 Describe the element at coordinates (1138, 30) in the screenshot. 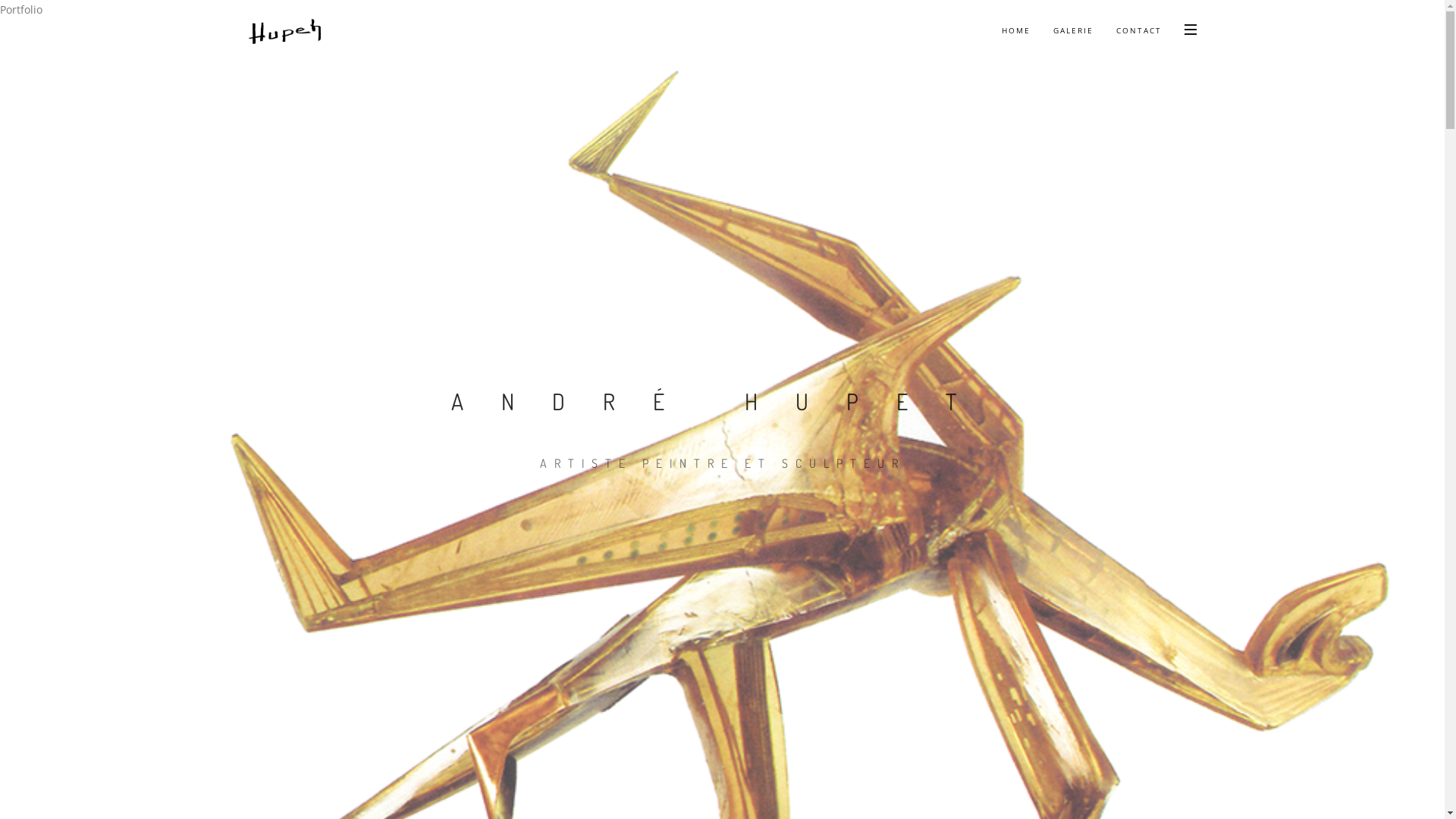

I see `'CONTACT'` at that location.